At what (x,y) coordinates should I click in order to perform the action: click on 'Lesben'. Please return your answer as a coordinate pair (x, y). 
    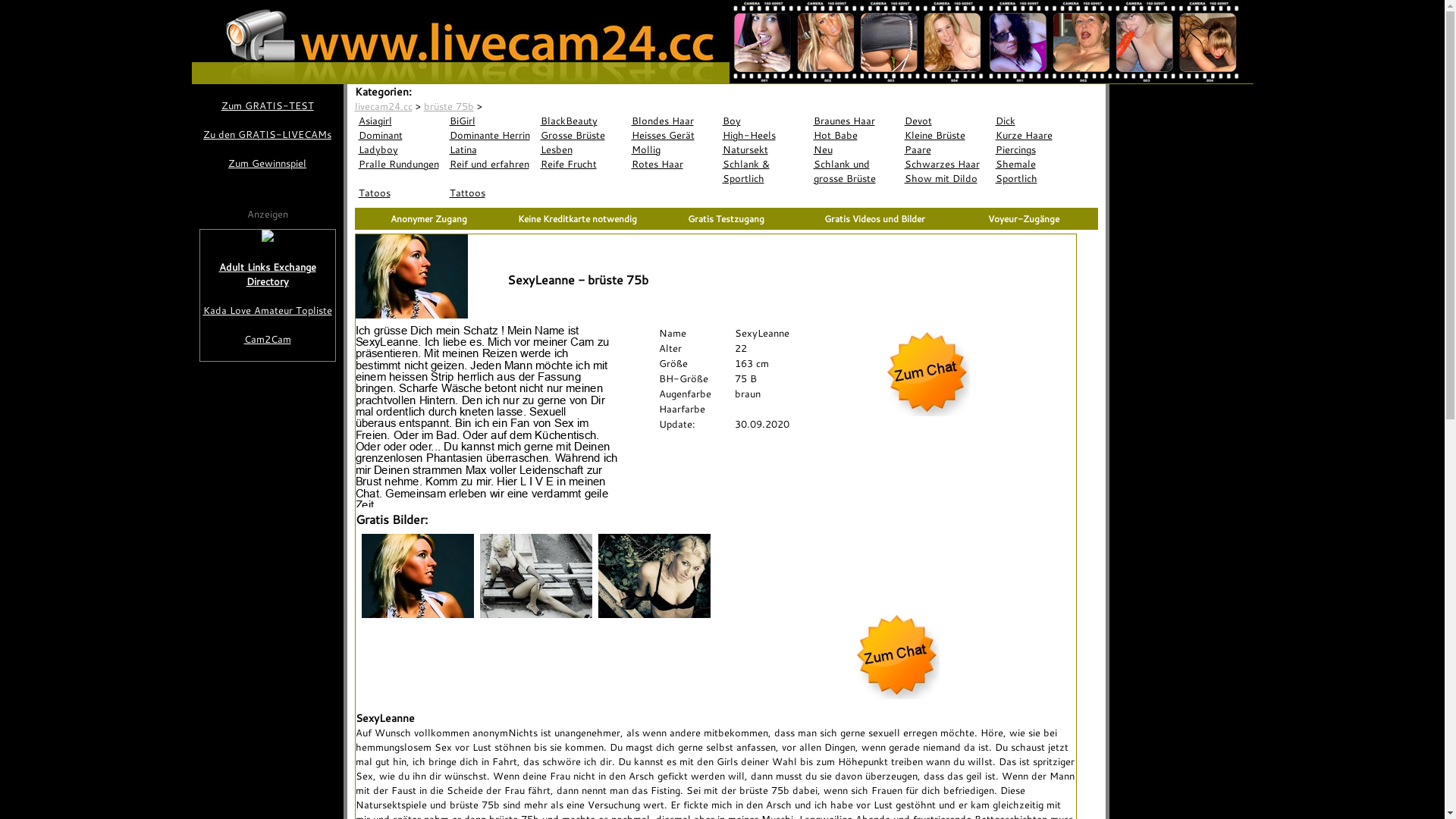
    Looking at the image, I should click on (582, 149).